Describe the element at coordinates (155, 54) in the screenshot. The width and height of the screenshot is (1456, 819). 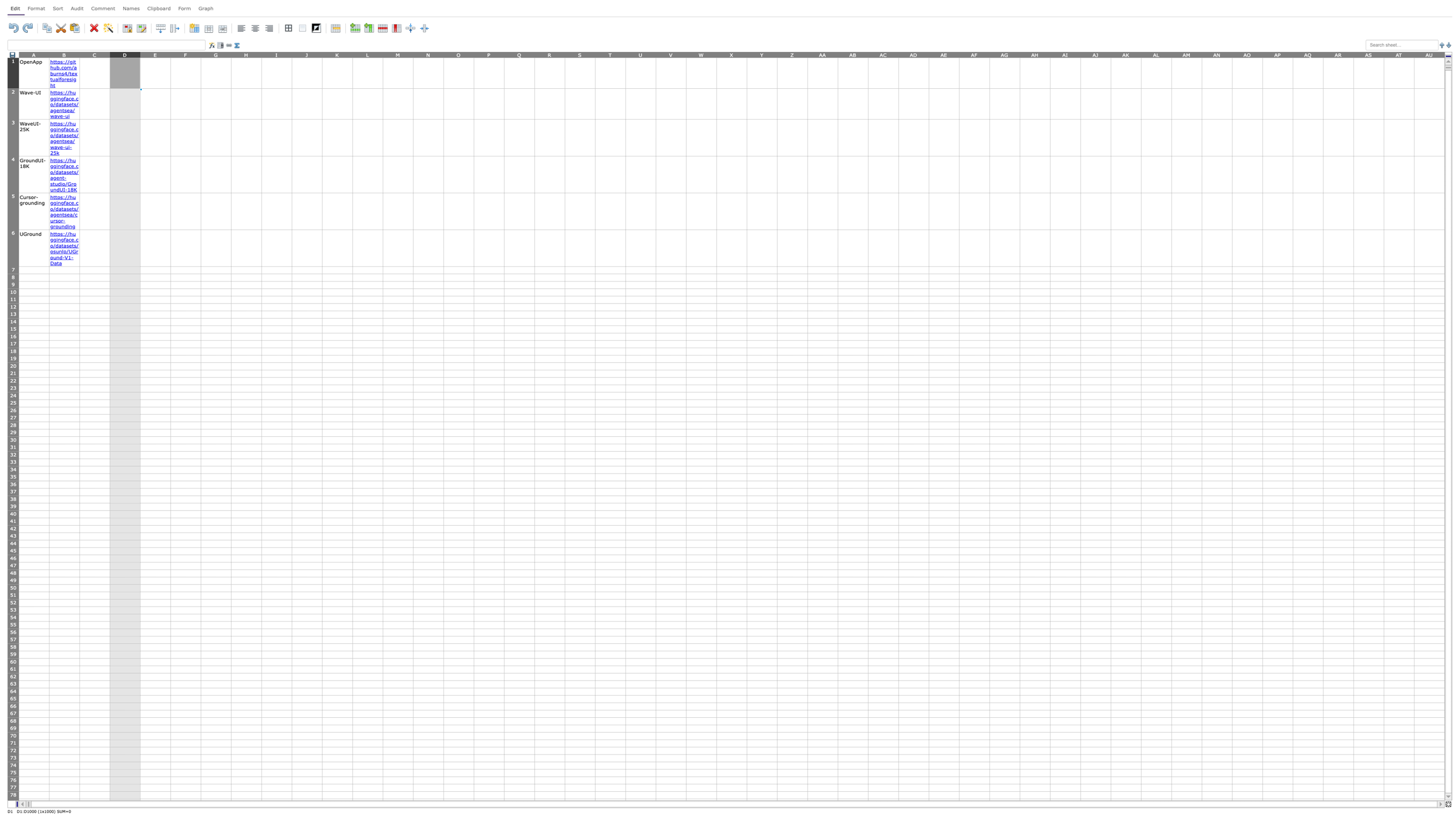
I see `column E` at that location.